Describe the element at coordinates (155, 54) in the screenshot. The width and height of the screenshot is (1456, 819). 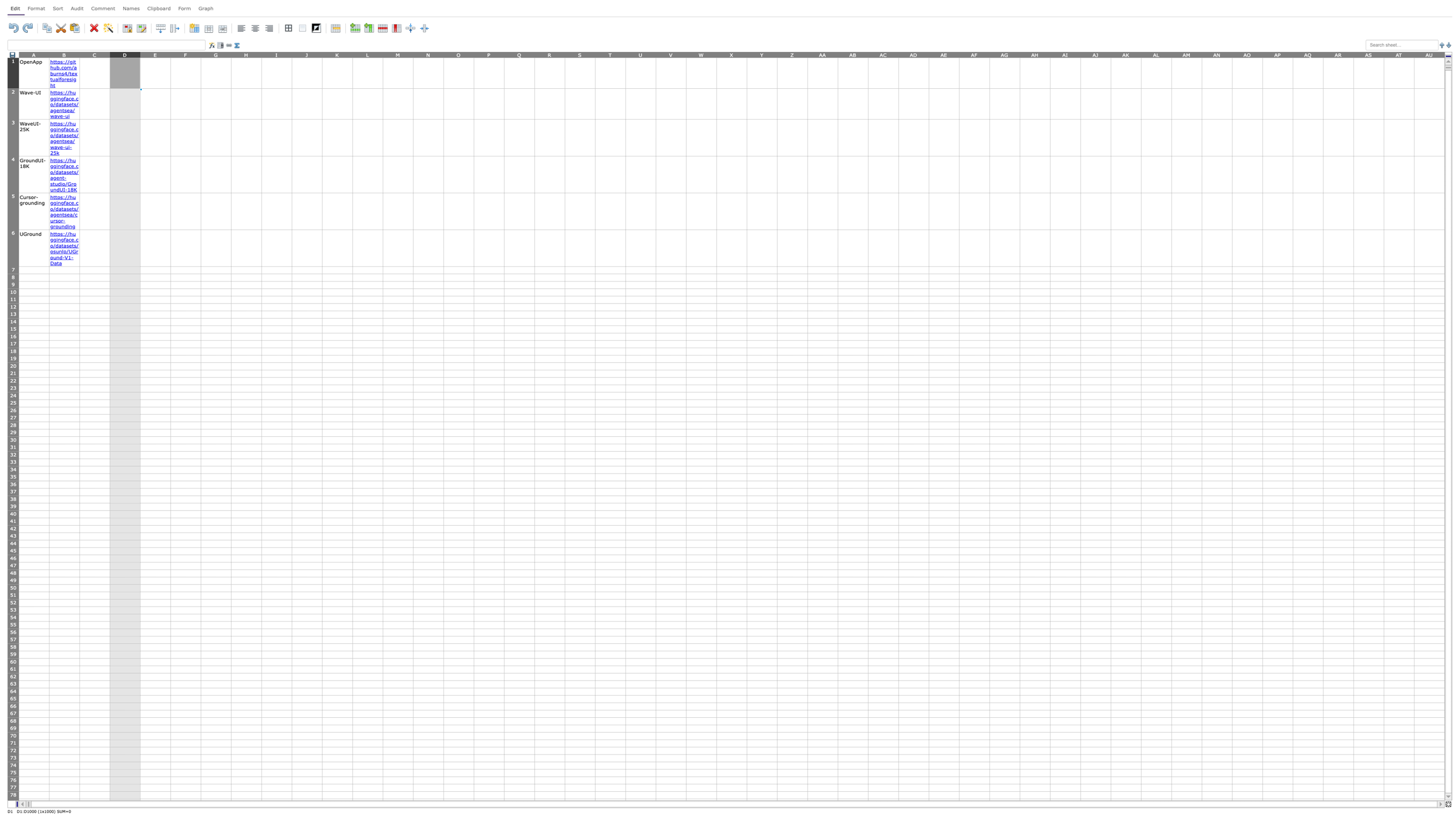
I see `column E` at that location.